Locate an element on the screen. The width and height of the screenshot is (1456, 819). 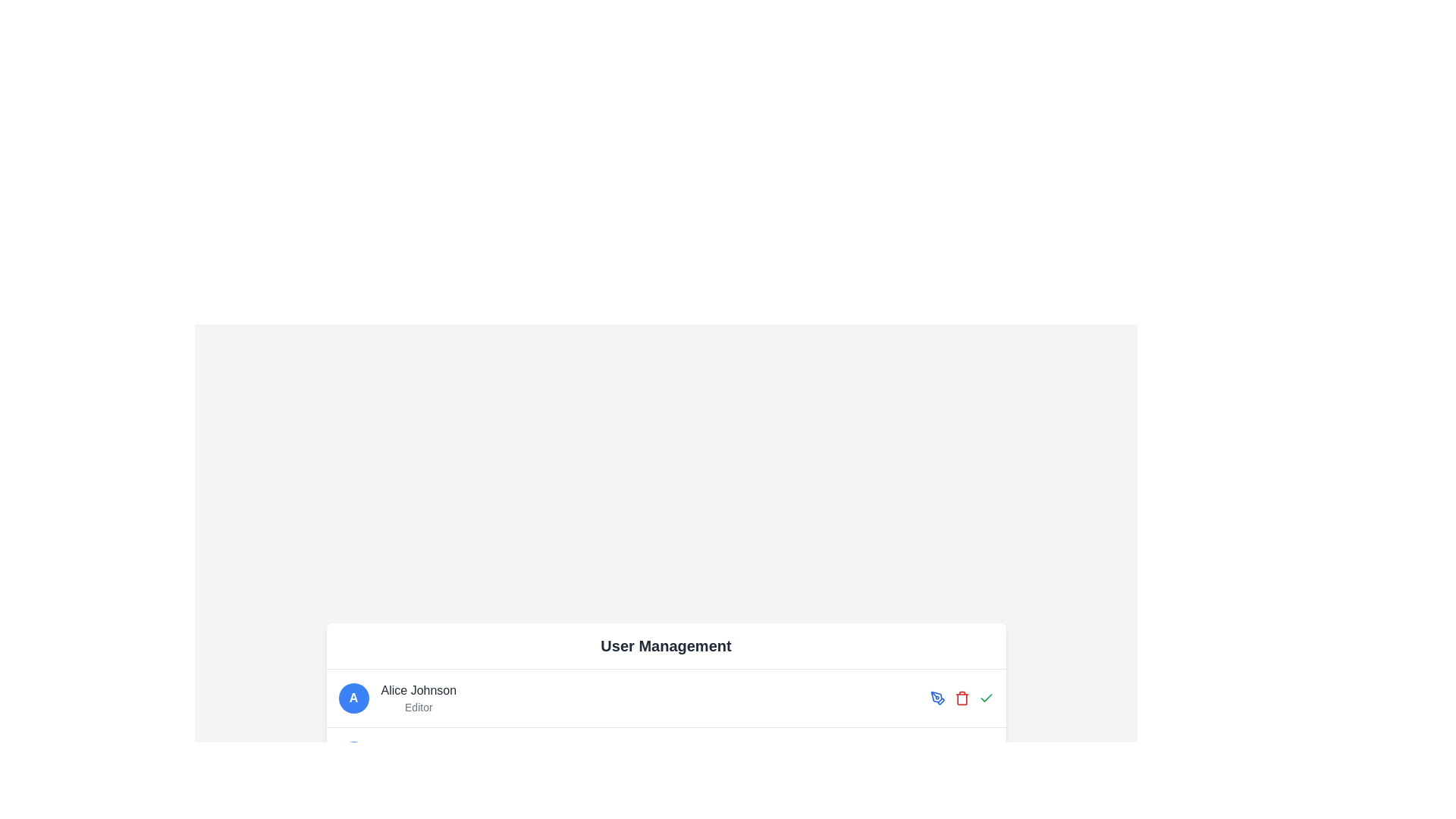
the first icon in the horizontal layout of interactive icons is located at coordinates (937, 698).